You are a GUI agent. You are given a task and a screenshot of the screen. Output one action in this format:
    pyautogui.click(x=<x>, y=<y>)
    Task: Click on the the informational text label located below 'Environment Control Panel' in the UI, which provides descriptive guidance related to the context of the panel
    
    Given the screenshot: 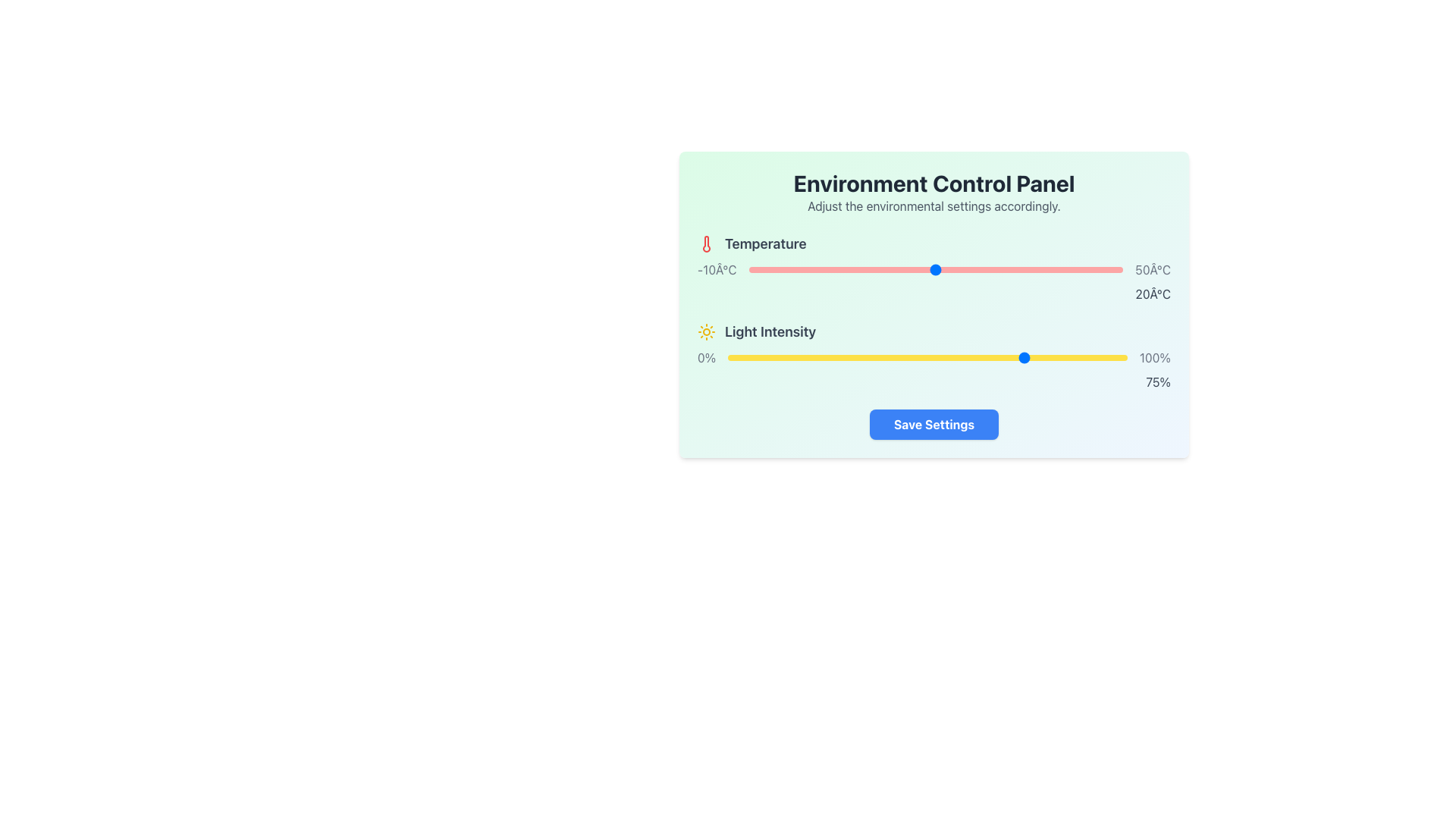 What is the action you would take?
    pyautogui.click(x=934, y=206)
    